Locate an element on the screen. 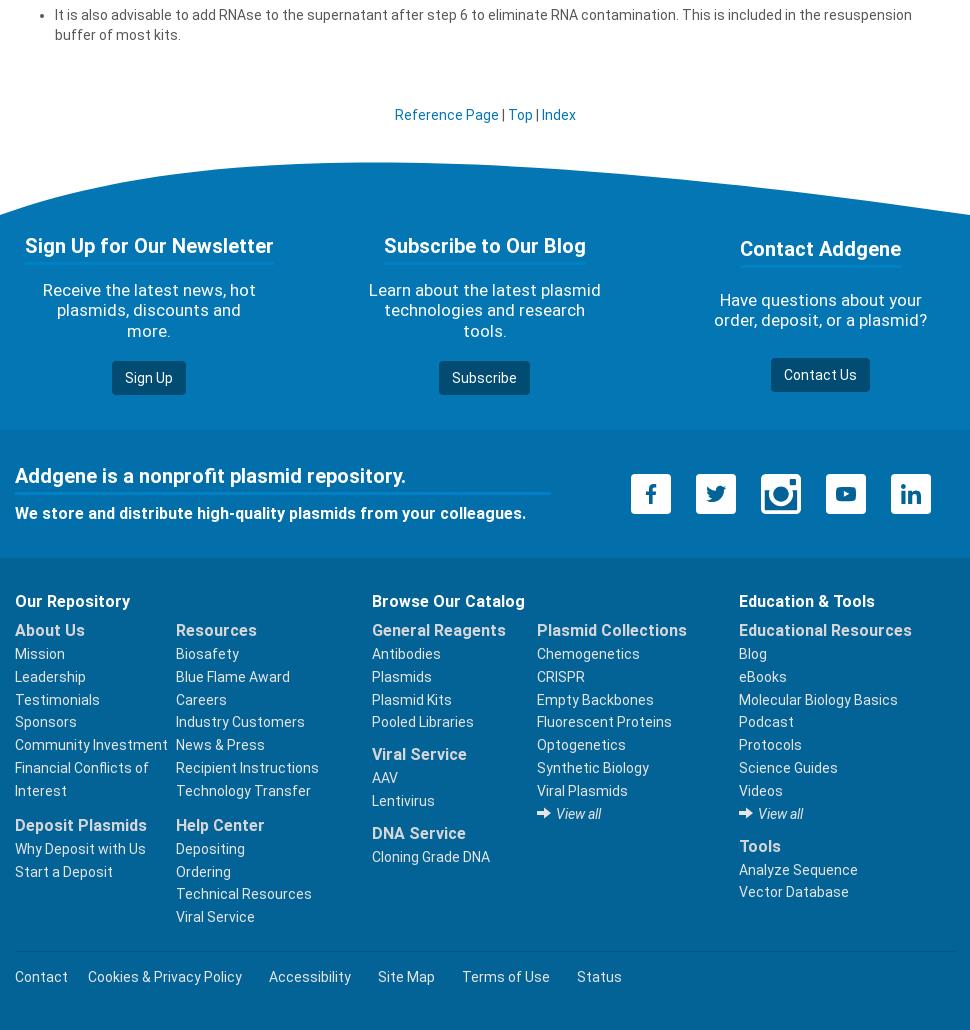 This screenshot has width=970, height=1030. 'Analyze Sequence' is located at coordinates (736, 869).